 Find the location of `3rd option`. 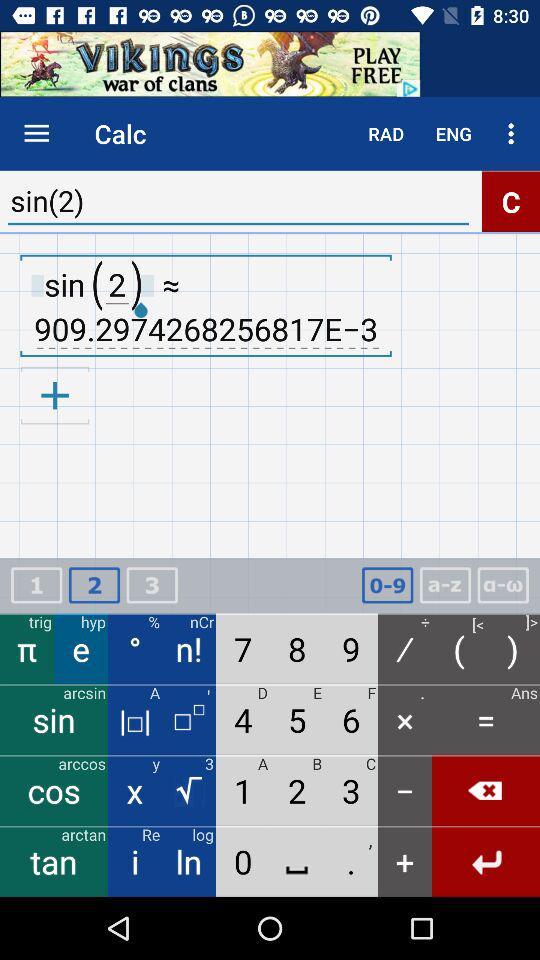

3rd option is located at coordinates (151, 585).